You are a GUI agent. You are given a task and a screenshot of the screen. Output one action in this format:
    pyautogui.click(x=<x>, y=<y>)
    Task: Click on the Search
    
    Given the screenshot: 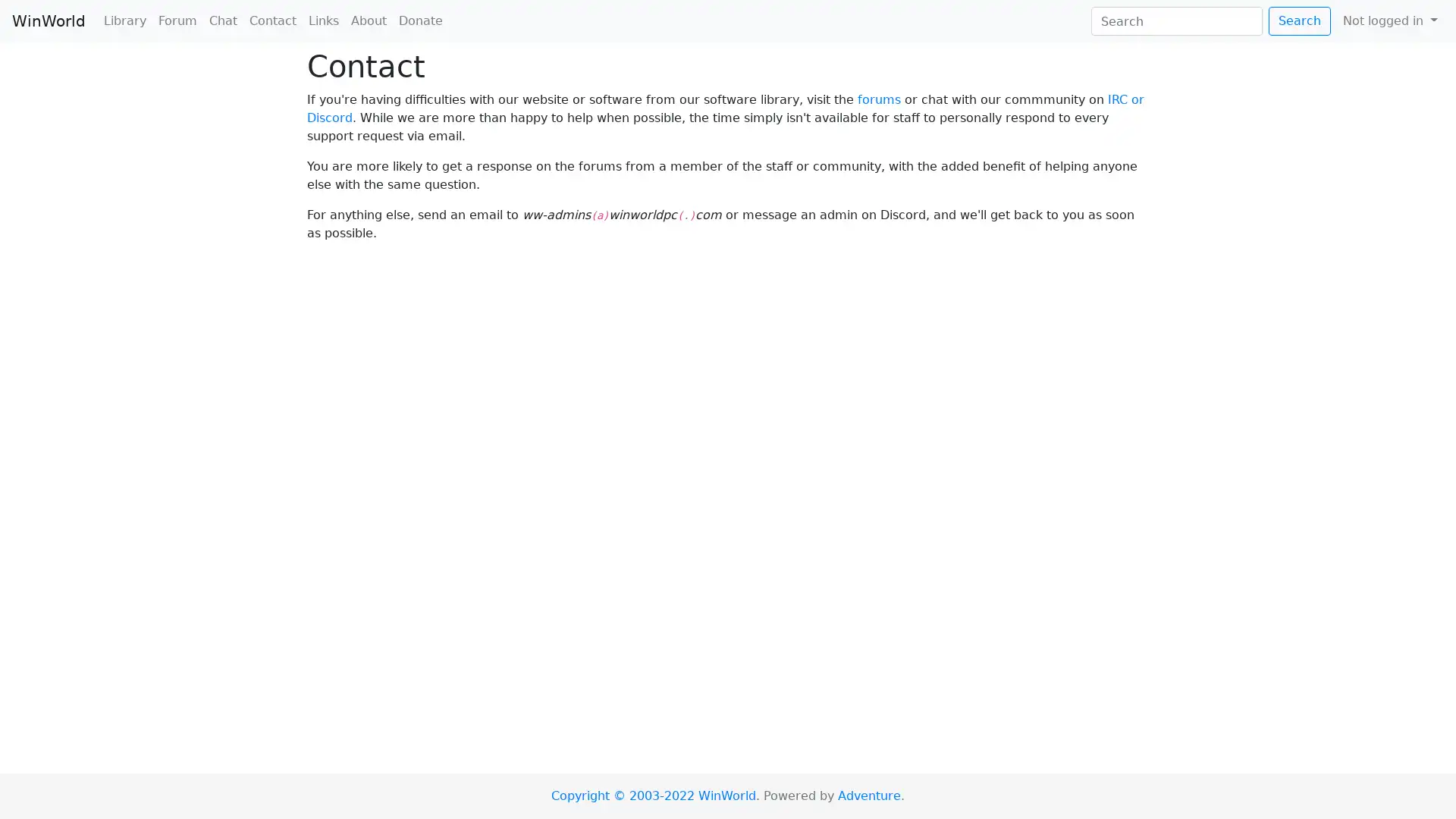 What is the action you would take?
    pyautogui.click(x=1298, y=20)
    